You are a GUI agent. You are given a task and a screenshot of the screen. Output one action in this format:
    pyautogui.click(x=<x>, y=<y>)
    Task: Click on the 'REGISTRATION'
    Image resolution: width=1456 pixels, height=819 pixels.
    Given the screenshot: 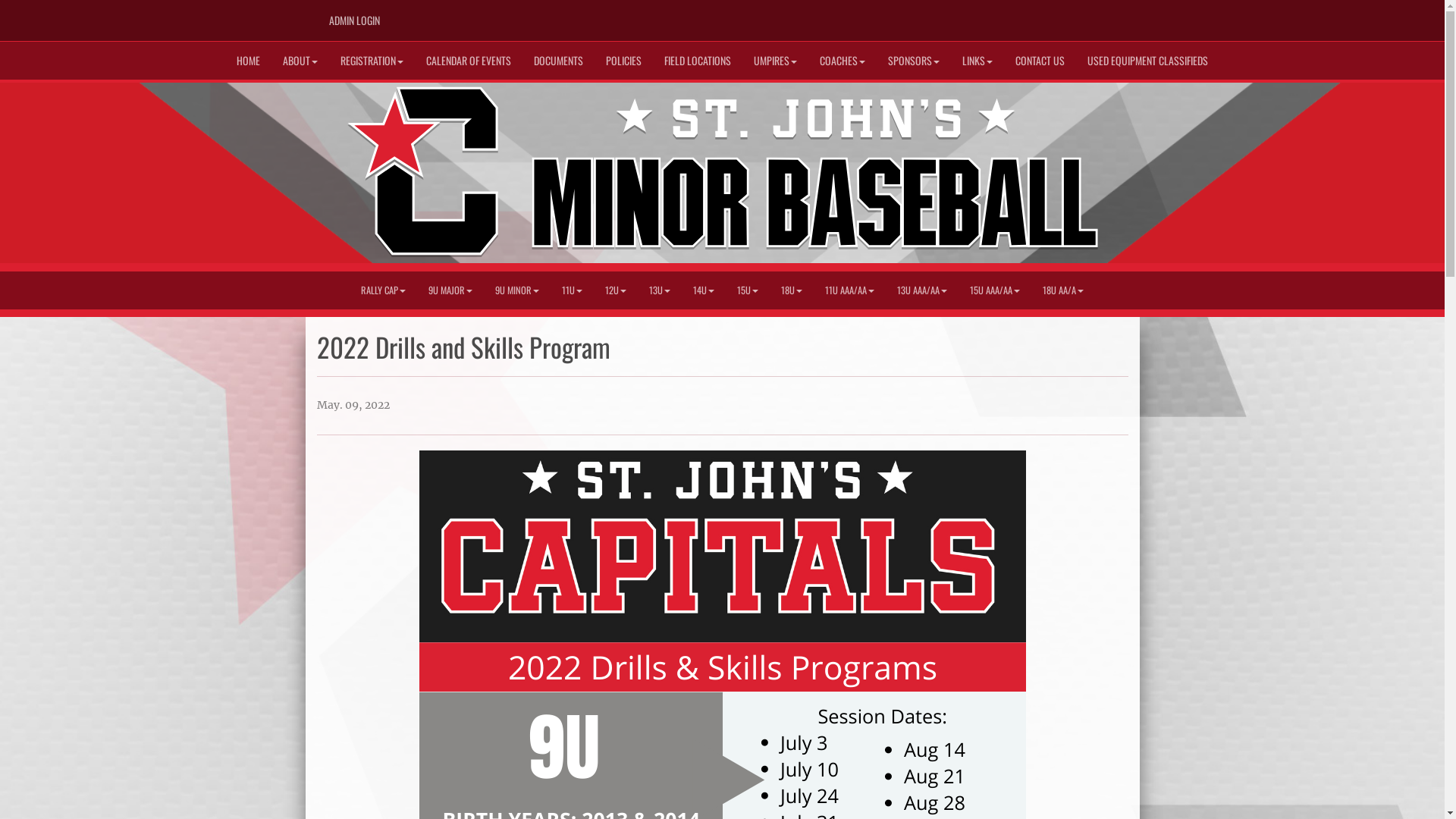 What is the action you would take?
    pyautogui.click(x=372, y=60)
    